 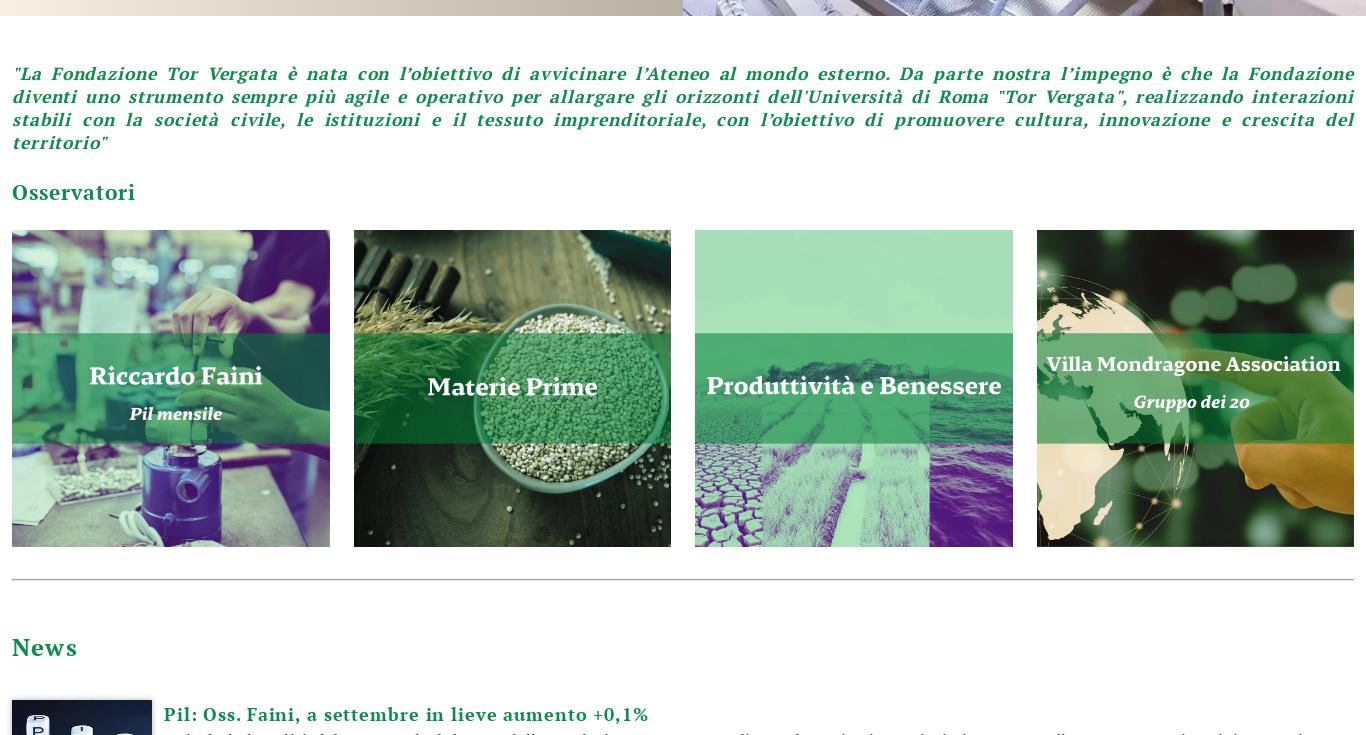 I want to click on 'Financial Intermediation in Macroeconomic Modelling for Policy Simulation', so click(x=170, y=41).